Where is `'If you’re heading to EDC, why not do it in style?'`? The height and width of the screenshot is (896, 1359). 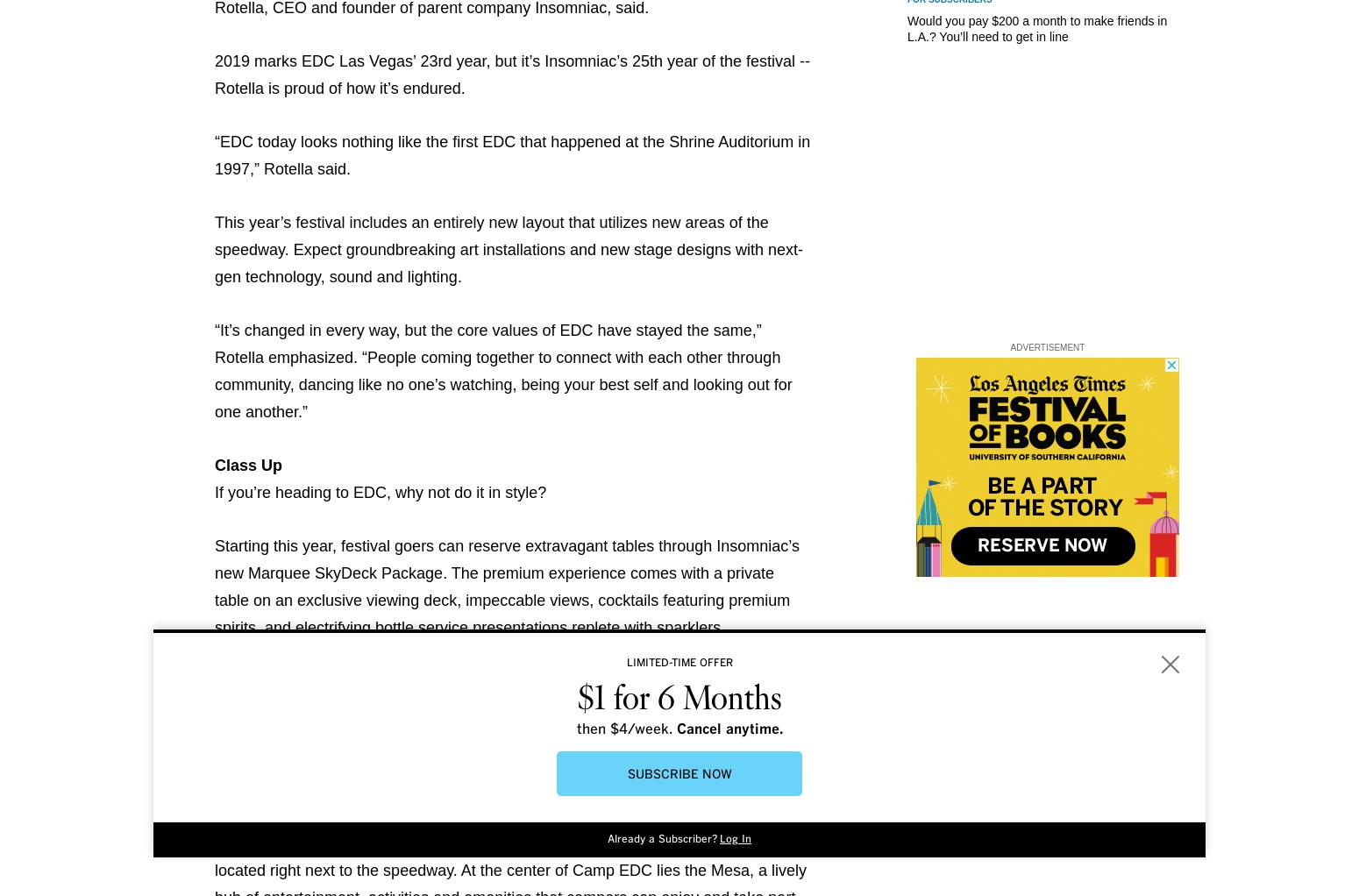 'If you’re heading to EDC, why not do it in style?' is located at coordinates (381, 492).